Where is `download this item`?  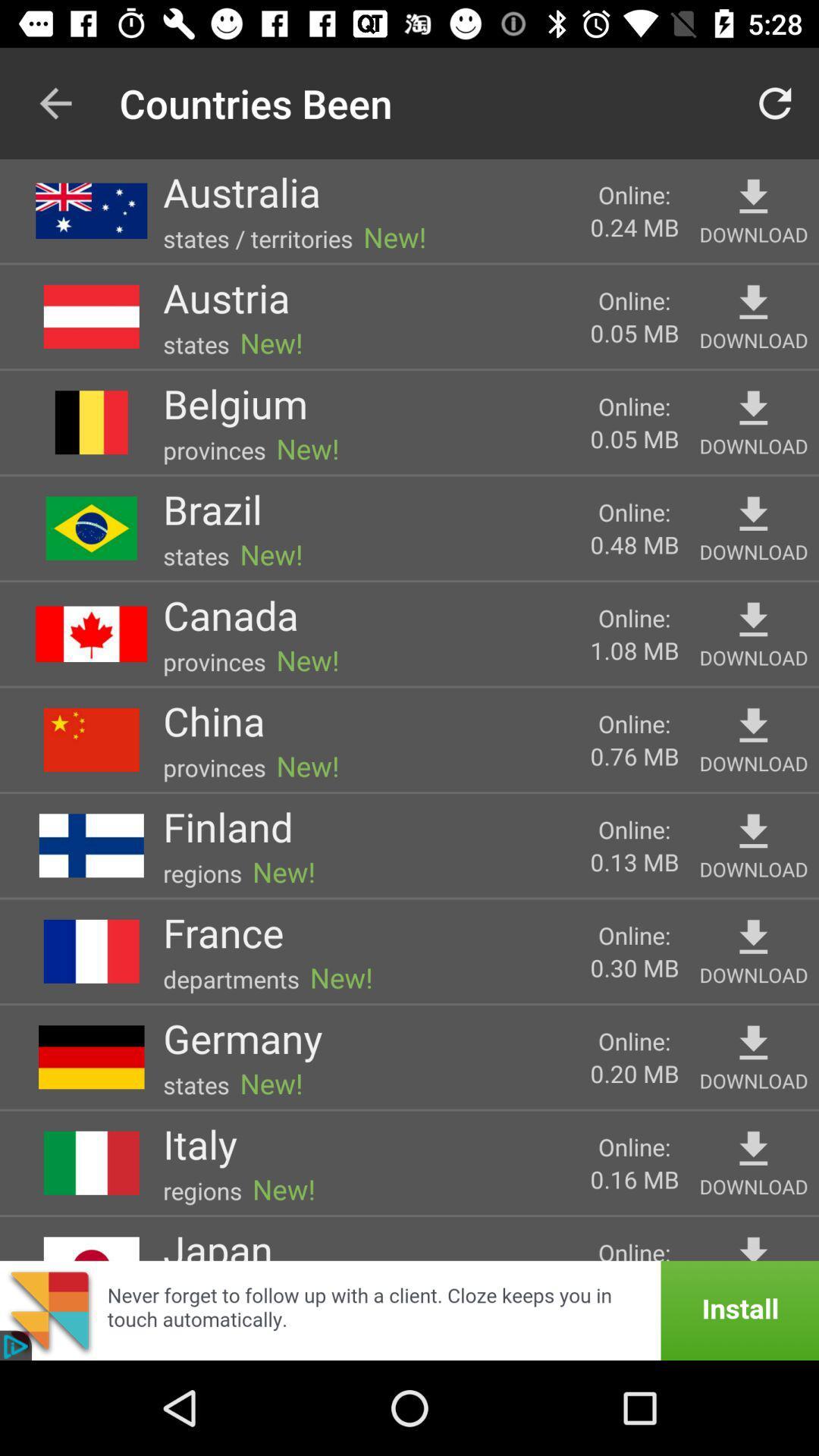 download this item is located at coordinates (753, 725).